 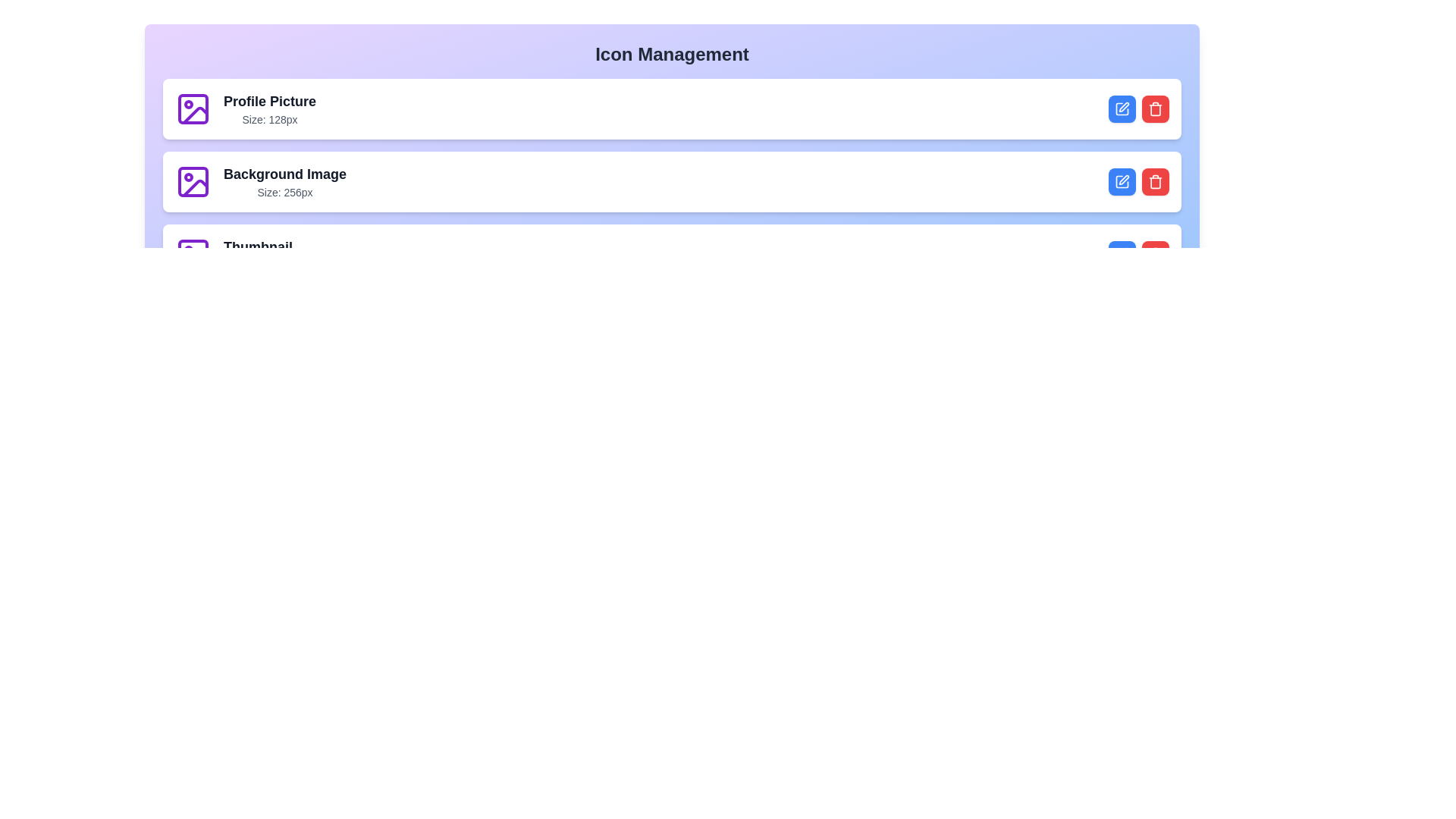 What do you see at coordinates (192, 180) in the screenshot?
I see `the purple SVG icon representing an image located in the second row of the 'Icon Management' section, positioned to the left of 'Background Image' and 'Size: 256px'` at bounding box center [192, 180].